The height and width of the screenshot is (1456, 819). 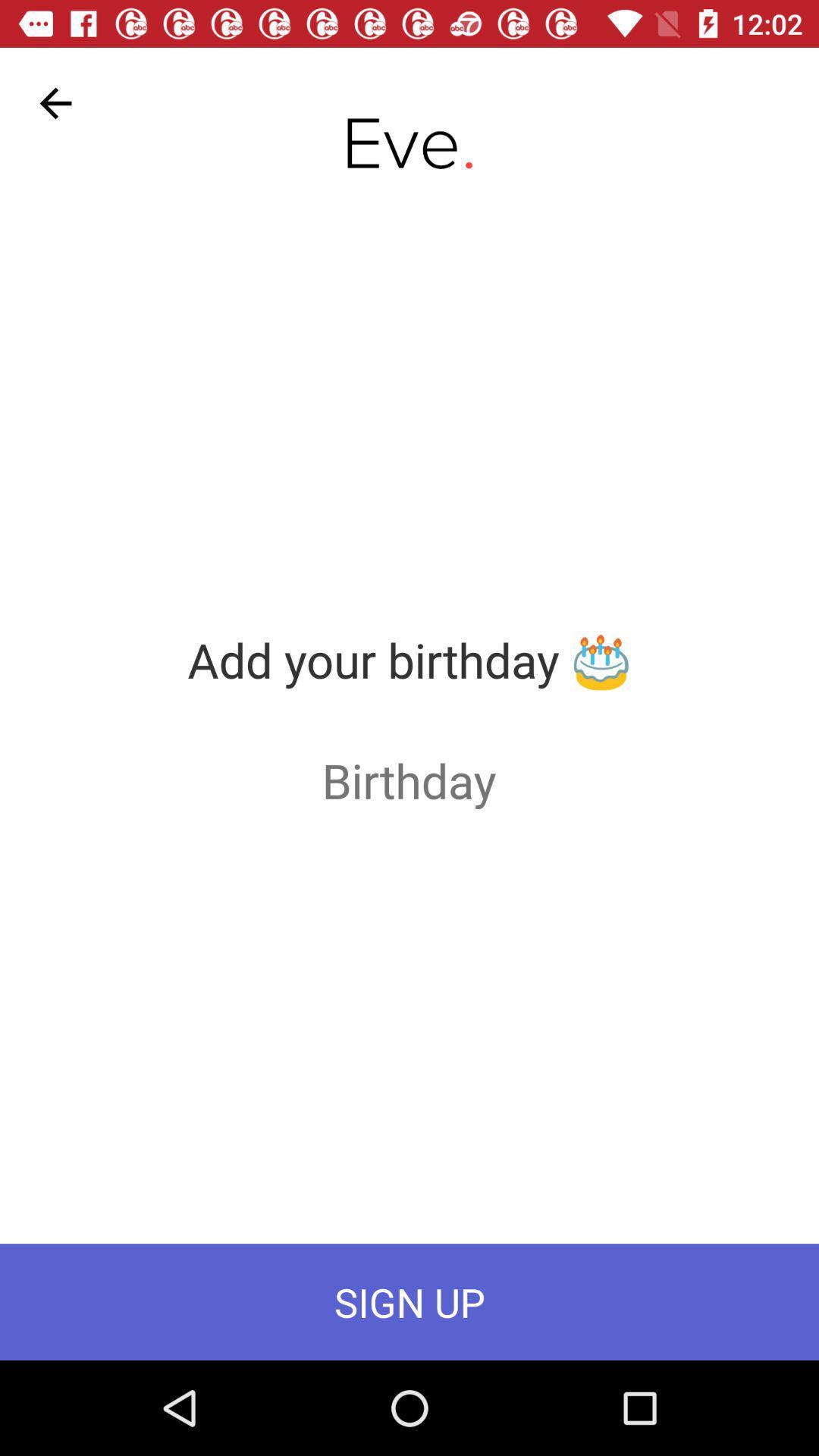 What do you see at coordinates (55, 102) in the screenshot?
I see `the item at the top left corner` at bounding box center [55, 102].